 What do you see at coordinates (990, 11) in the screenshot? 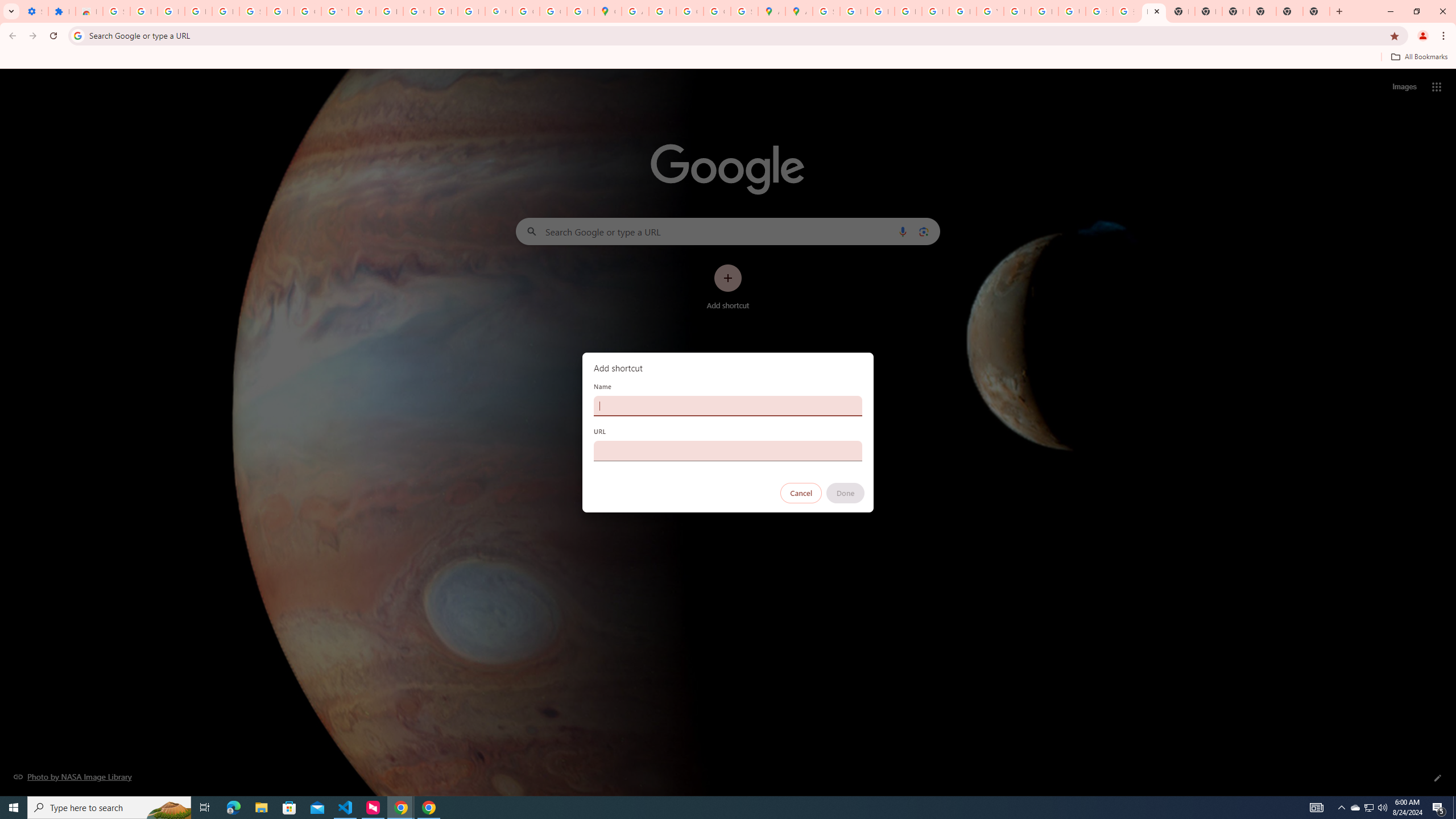
I see `'YouTube'` at bounding box center [990, 11].